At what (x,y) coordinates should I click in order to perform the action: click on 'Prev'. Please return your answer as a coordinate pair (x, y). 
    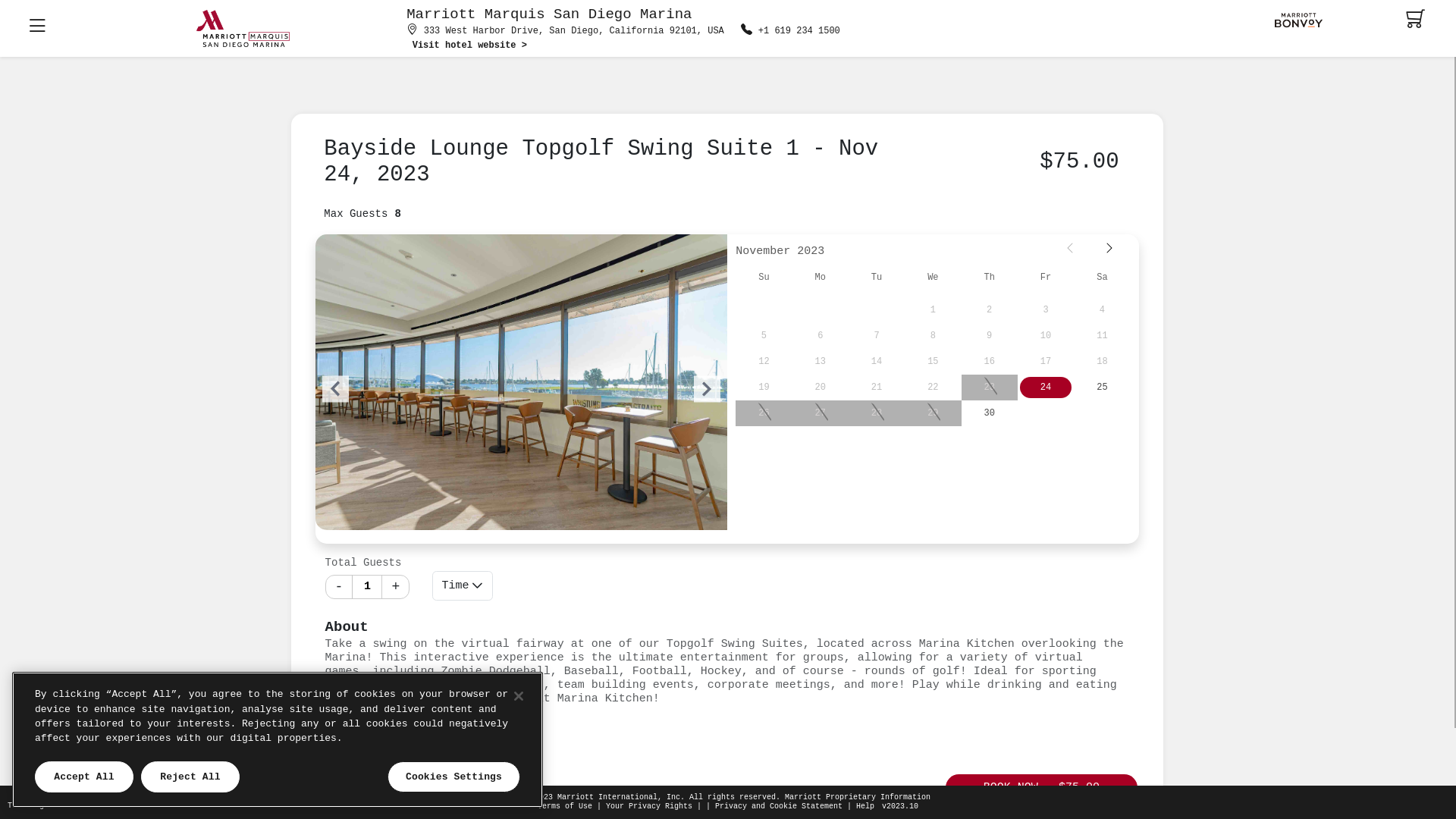
    Looking at the image, I should click on (1070, 248).